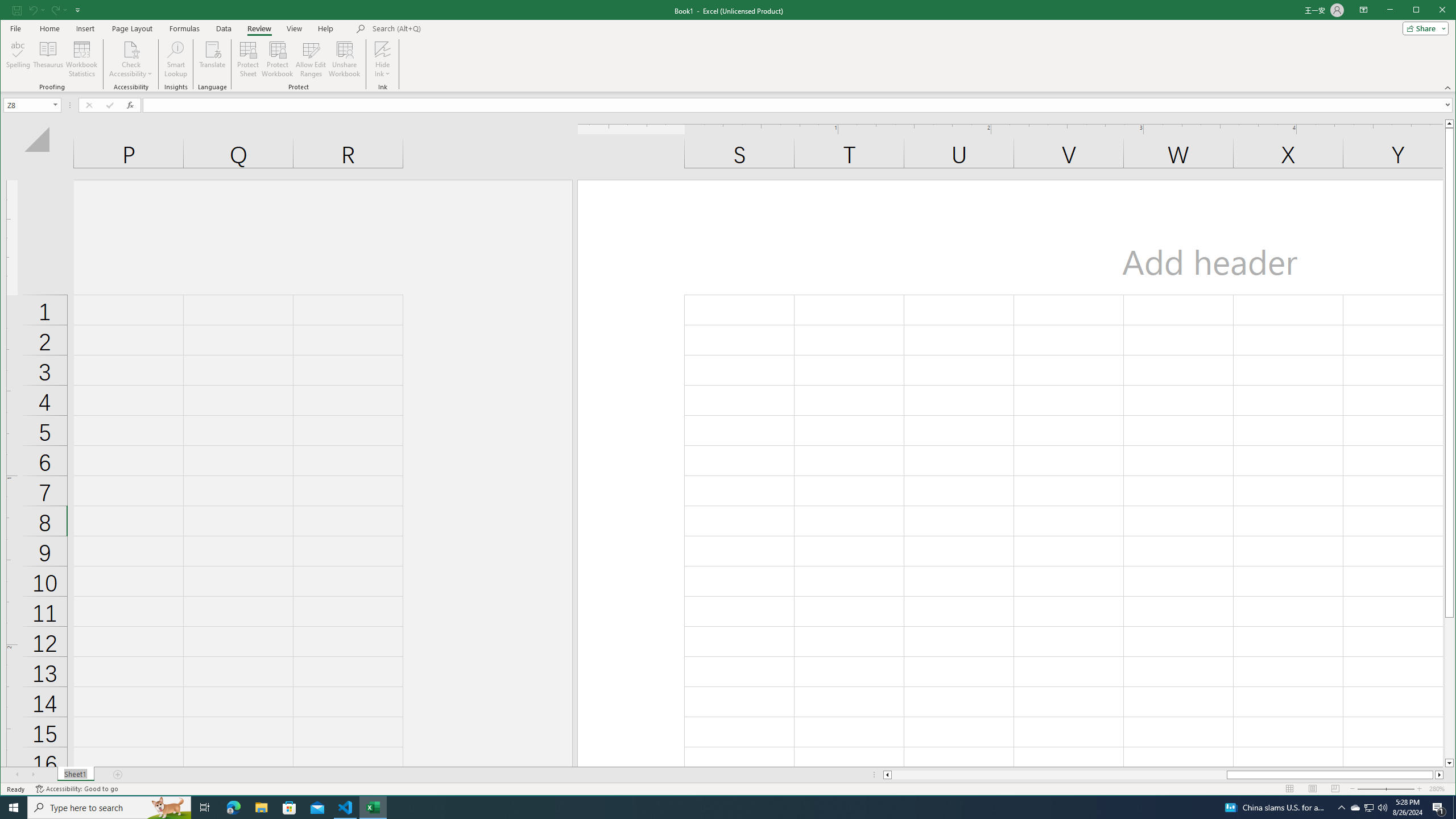 The image size is (1456, 819). What do you see at coordinates (76, 775) in the screenshot?
I see `'Sheet Tab'` at bounding box center [76, 775].